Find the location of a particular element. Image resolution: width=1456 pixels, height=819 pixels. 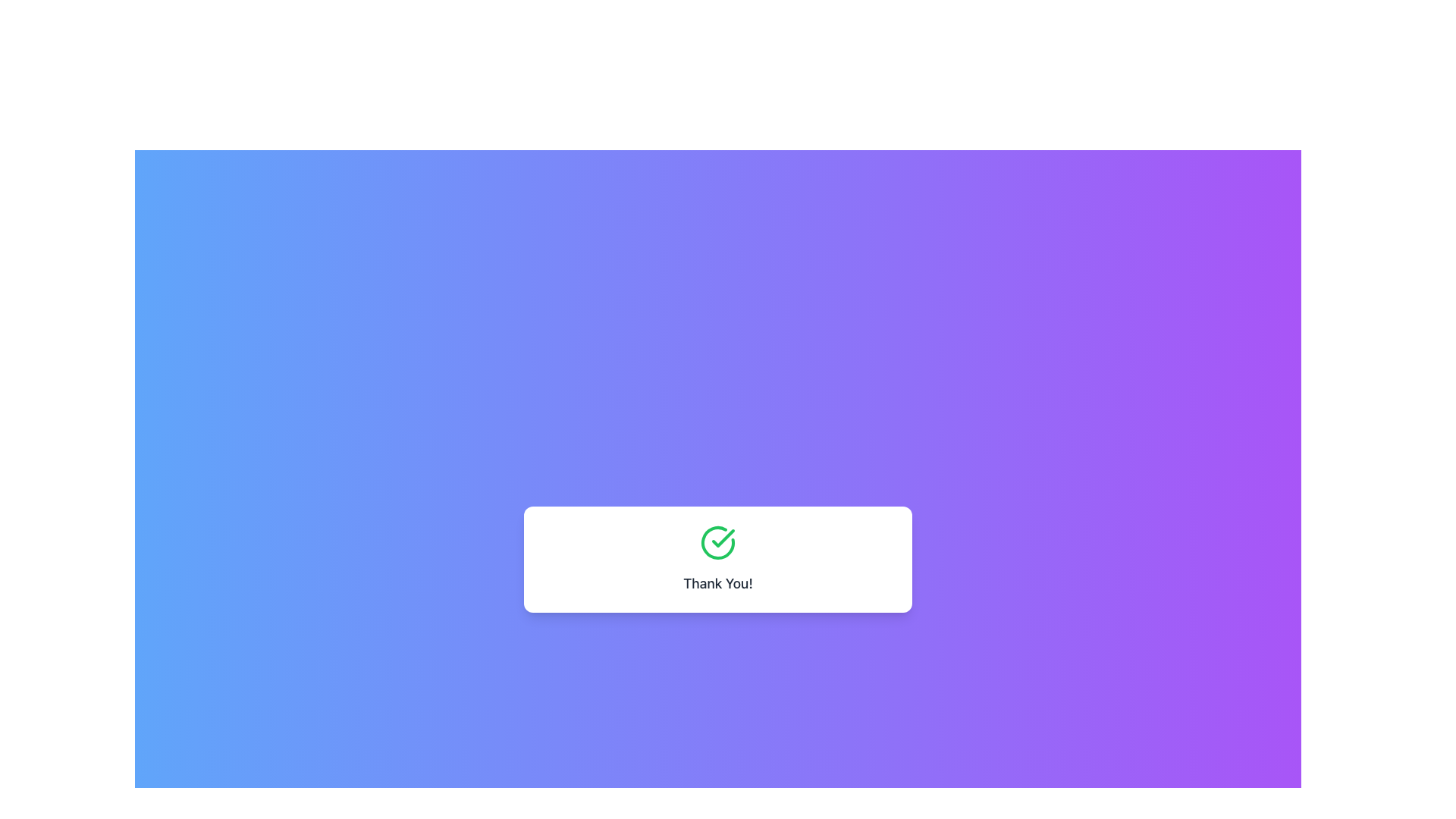

the Text Block with Icon that displays a circular green check icon above the text saying 'Thank You!' is located at coordinates (717, 559).